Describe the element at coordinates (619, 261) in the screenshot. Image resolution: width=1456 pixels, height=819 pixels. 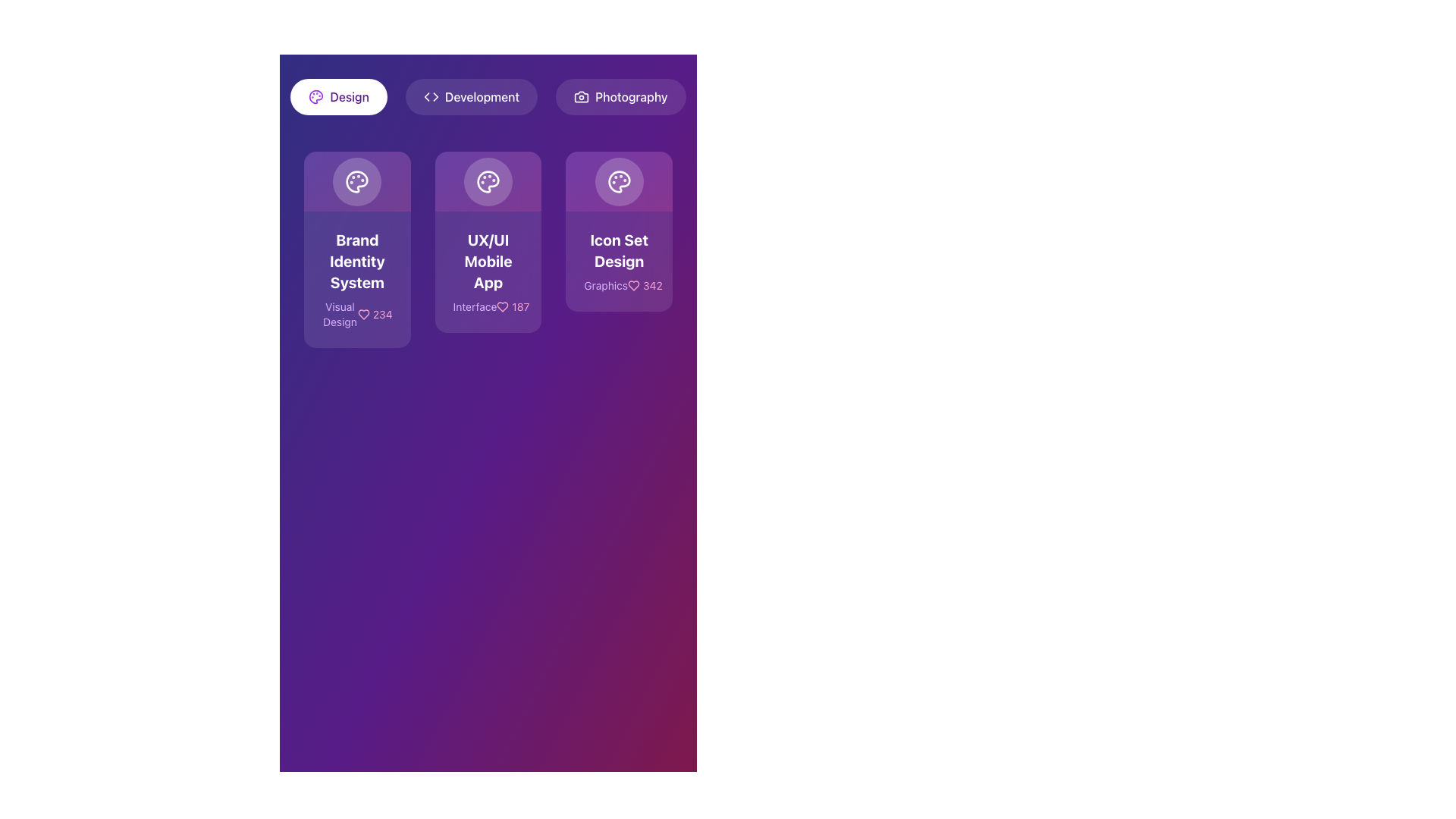
I see `to select the Card containing the text 'Icon Set Design' which is the rightmost element among three similar cards in the layout` at that location.